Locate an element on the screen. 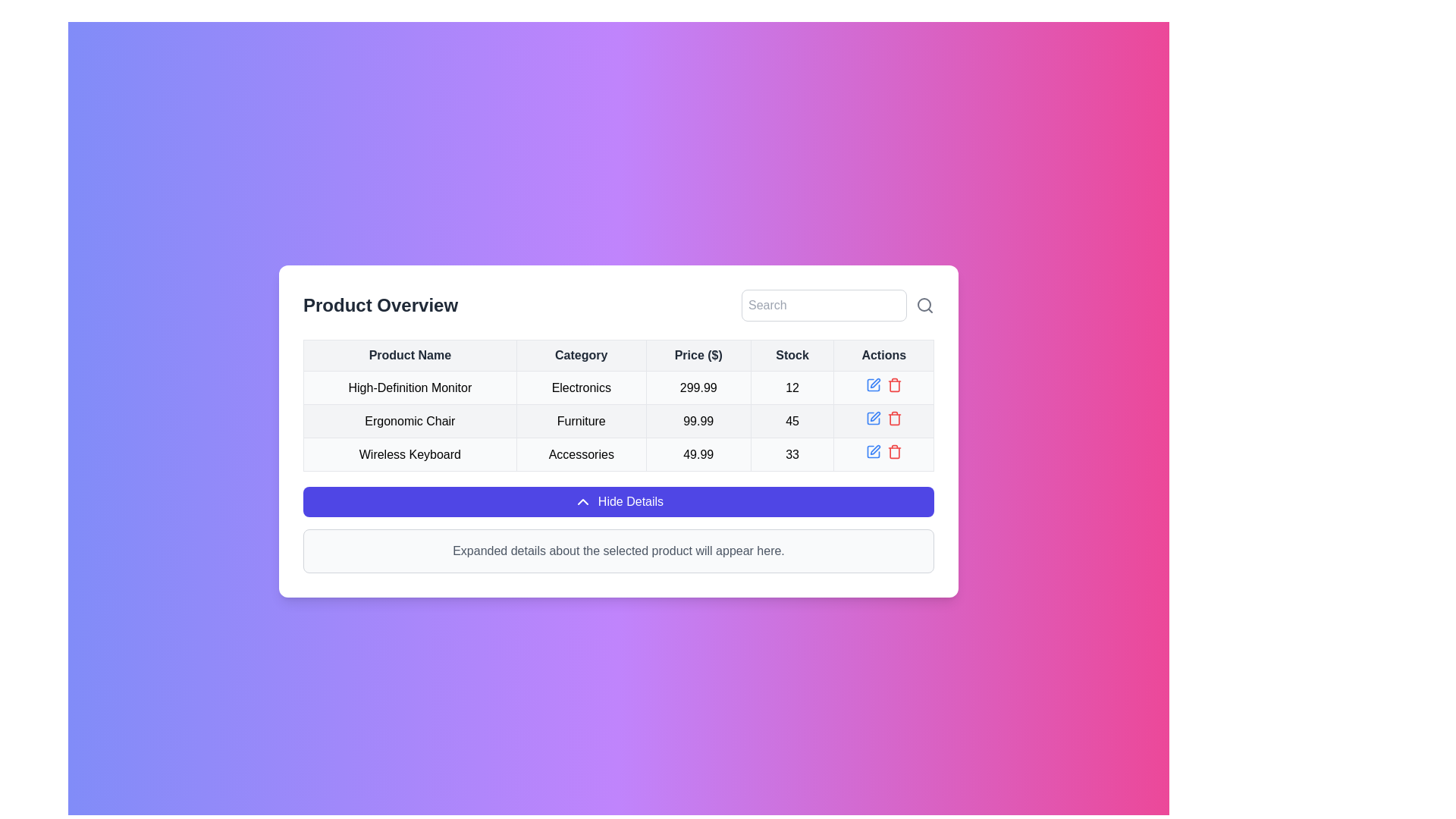 The height and width of the screenshot is (819, 1456). the static text label representing the category of the 'Ergonomic Chair' product, located in the second row of the table is located at coordinates (580, 421).